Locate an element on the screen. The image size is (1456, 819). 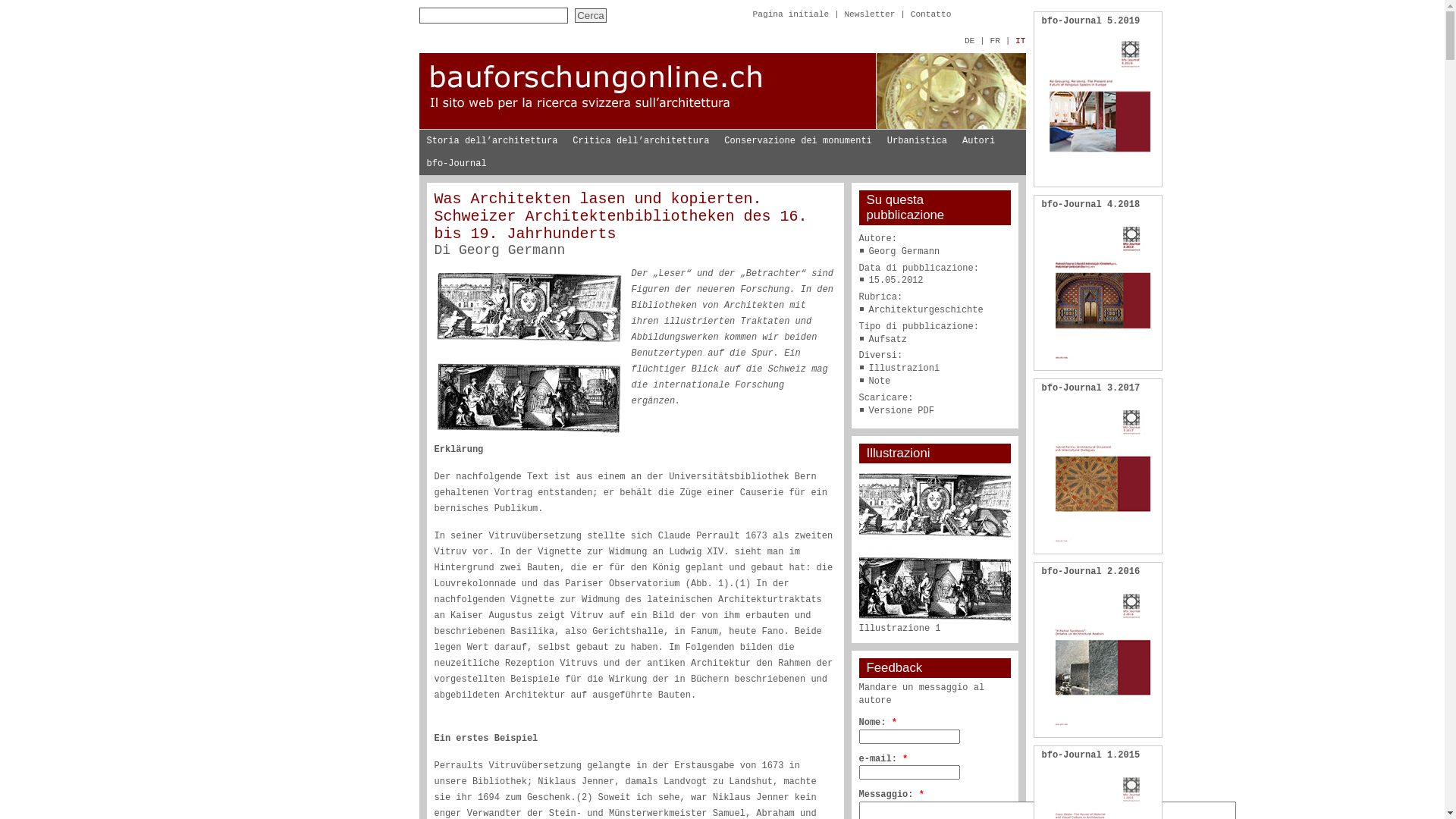
'Inserisci i termini da cercare.' is located at coordinates (492, 15).